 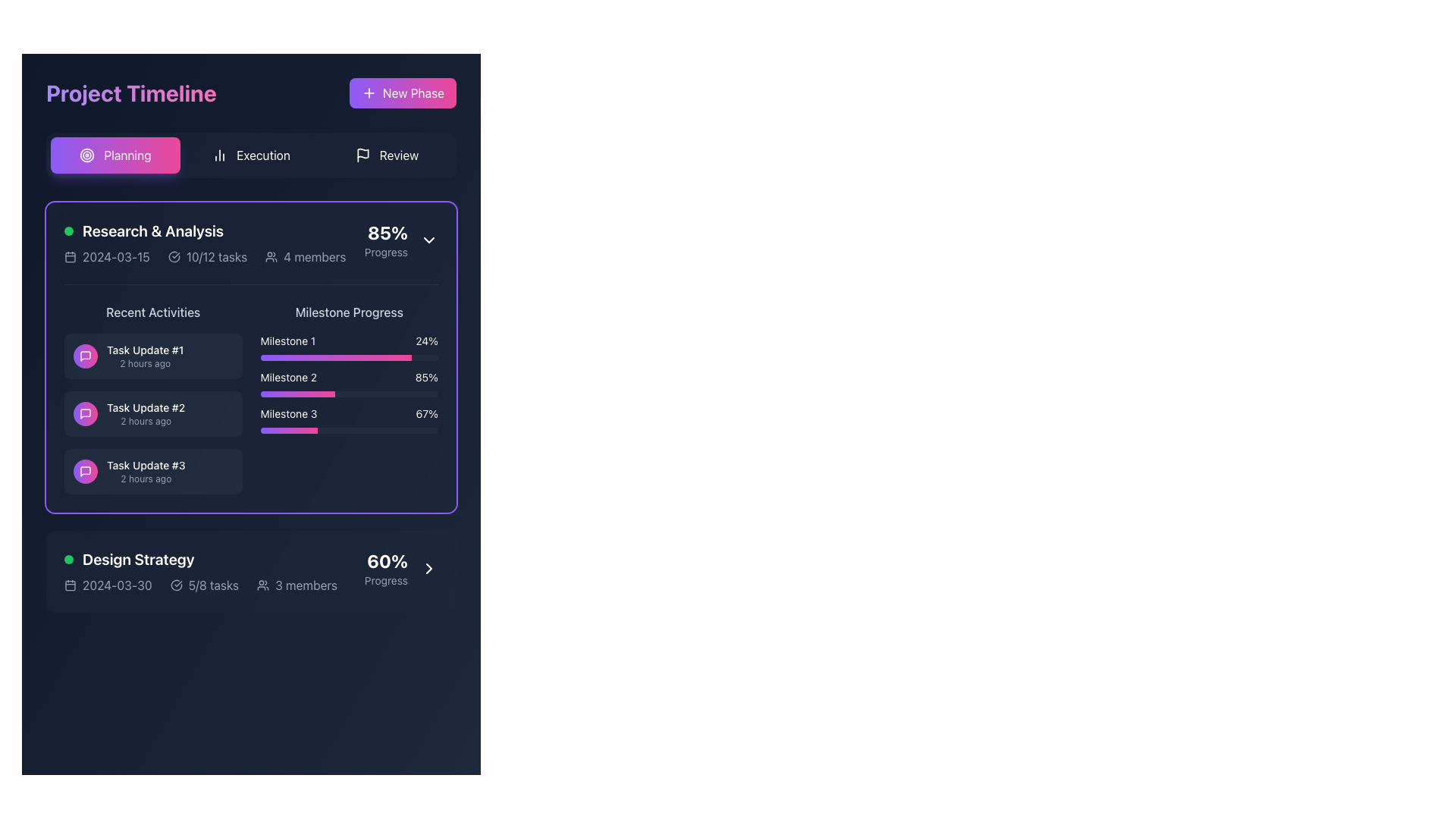 I want to click on the milestone text label indicating the progress associated with the milestone in the 'Research & Analysis' card under the 'Planning' tab for additional information, so click(x=288, y=414).